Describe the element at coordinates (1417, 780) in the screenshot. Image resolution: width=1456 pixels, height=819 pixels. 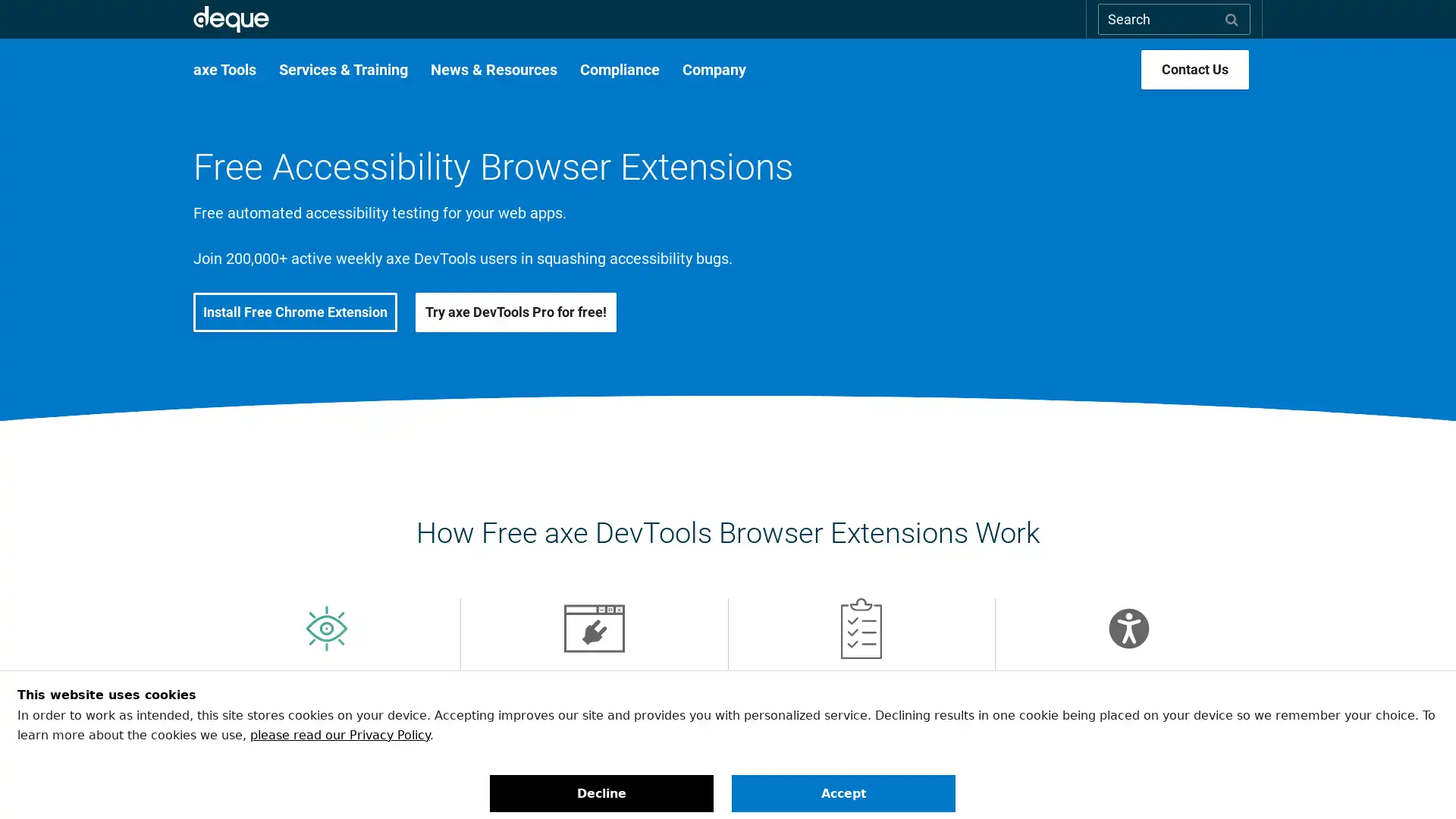
I see `Open Intercom Messenger` at that location.